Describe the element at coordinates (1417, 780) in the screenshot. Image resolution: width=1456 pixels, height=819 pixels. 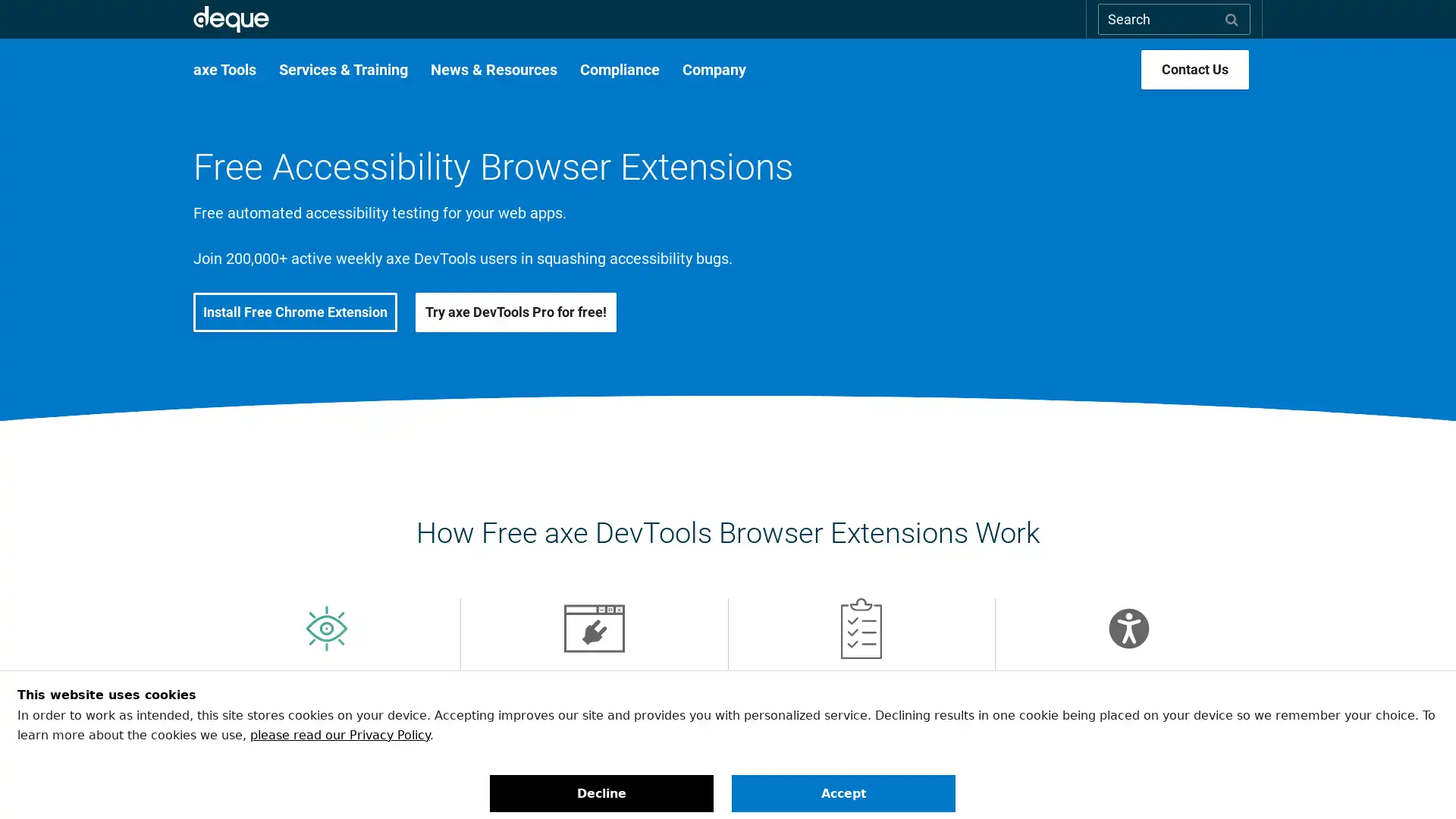
I see `Open Intercom Messenger` at that location.